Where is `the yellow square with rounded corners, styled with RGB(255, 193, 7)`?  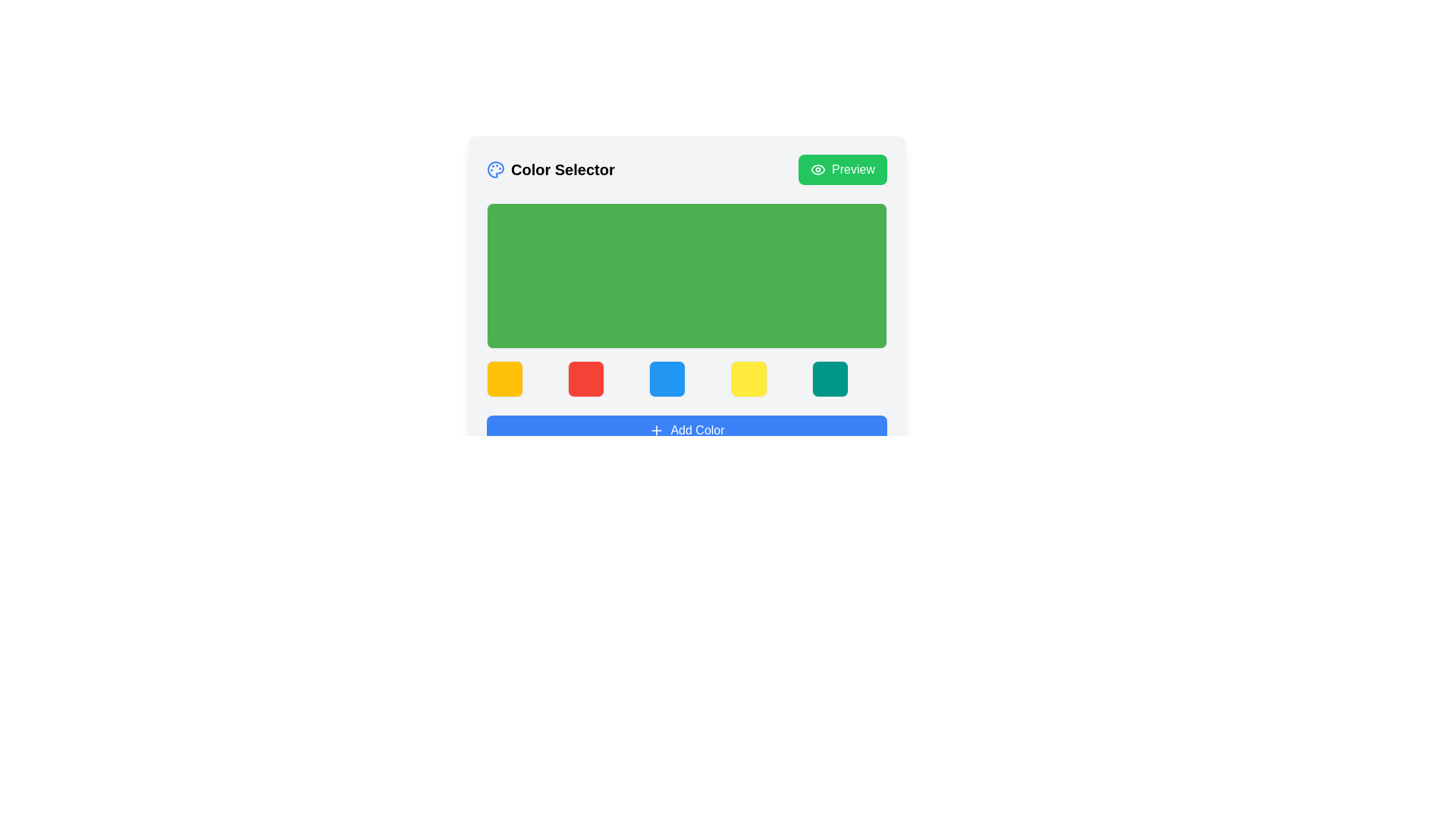
the yellow square with rounded corners, styled with RGB(255, 193, 7) is located at coordinates (505, 378).